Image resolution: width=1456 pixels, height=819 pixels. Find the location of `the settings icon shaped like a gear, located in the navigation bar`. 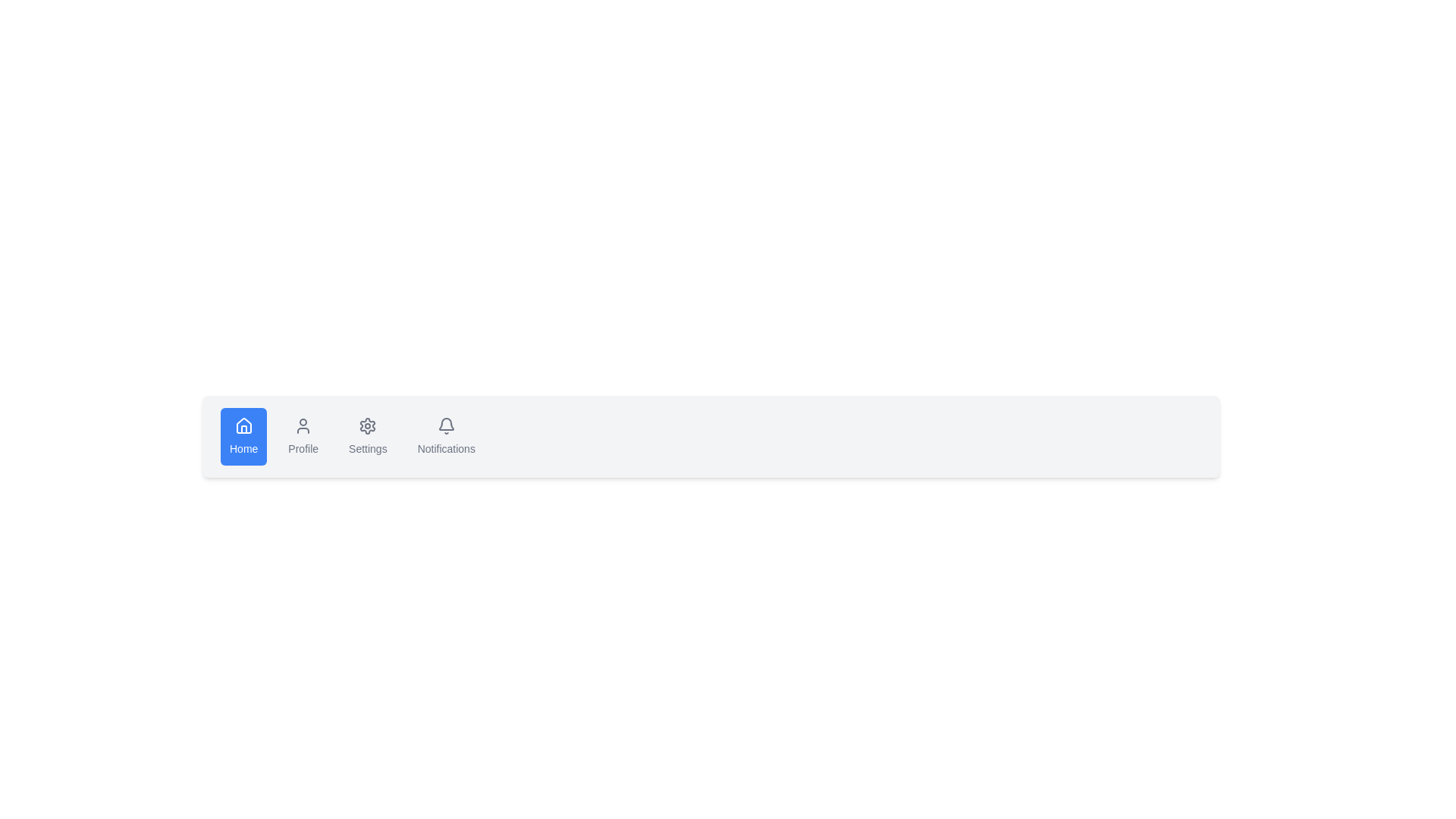

the settings icon shaped like a gear, located in the navigation bar is located at coordinates (368, 426).